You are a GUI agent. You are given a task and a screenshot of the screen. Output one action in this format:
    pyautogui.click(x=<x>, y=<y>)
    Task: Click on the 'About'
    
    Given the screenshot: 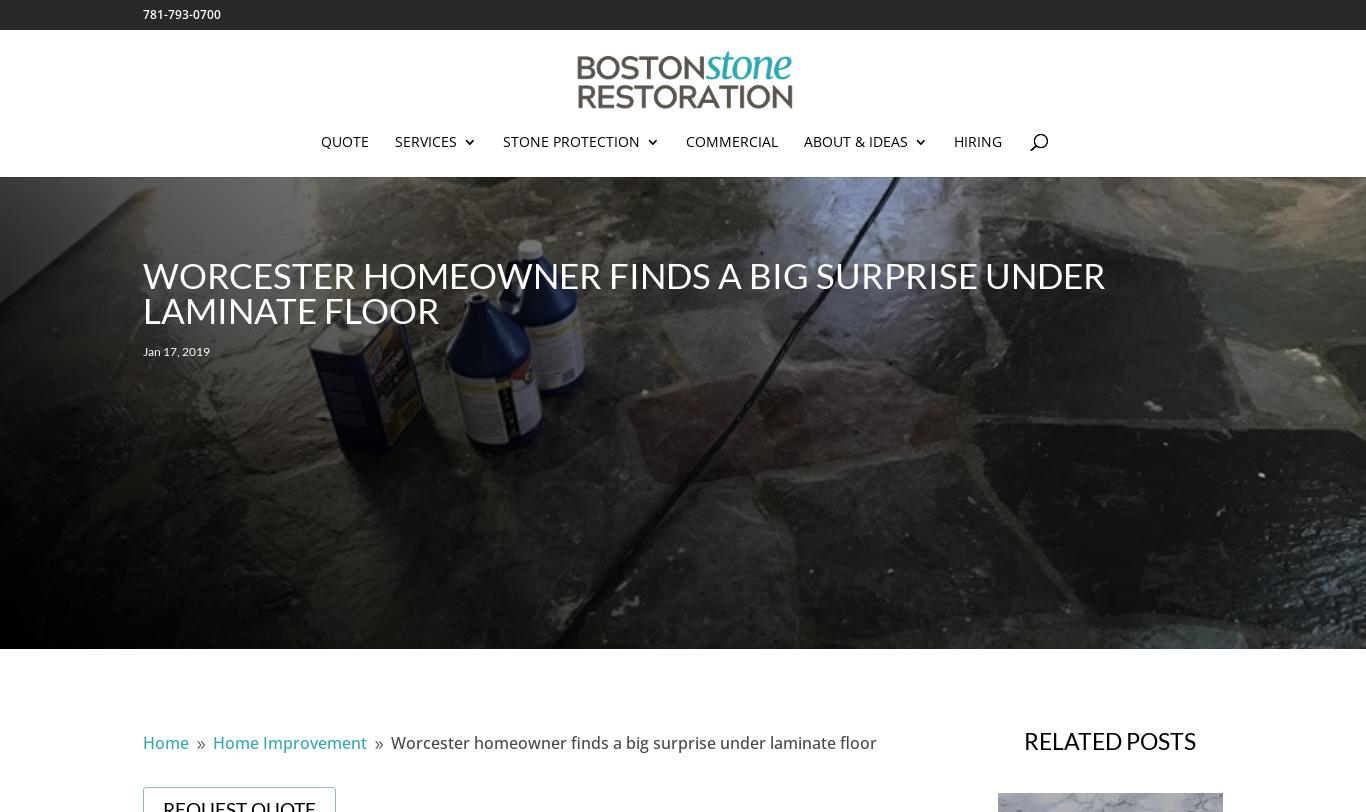 What is the action you would take?
    pyautogui.click(x=865, y=218)
    